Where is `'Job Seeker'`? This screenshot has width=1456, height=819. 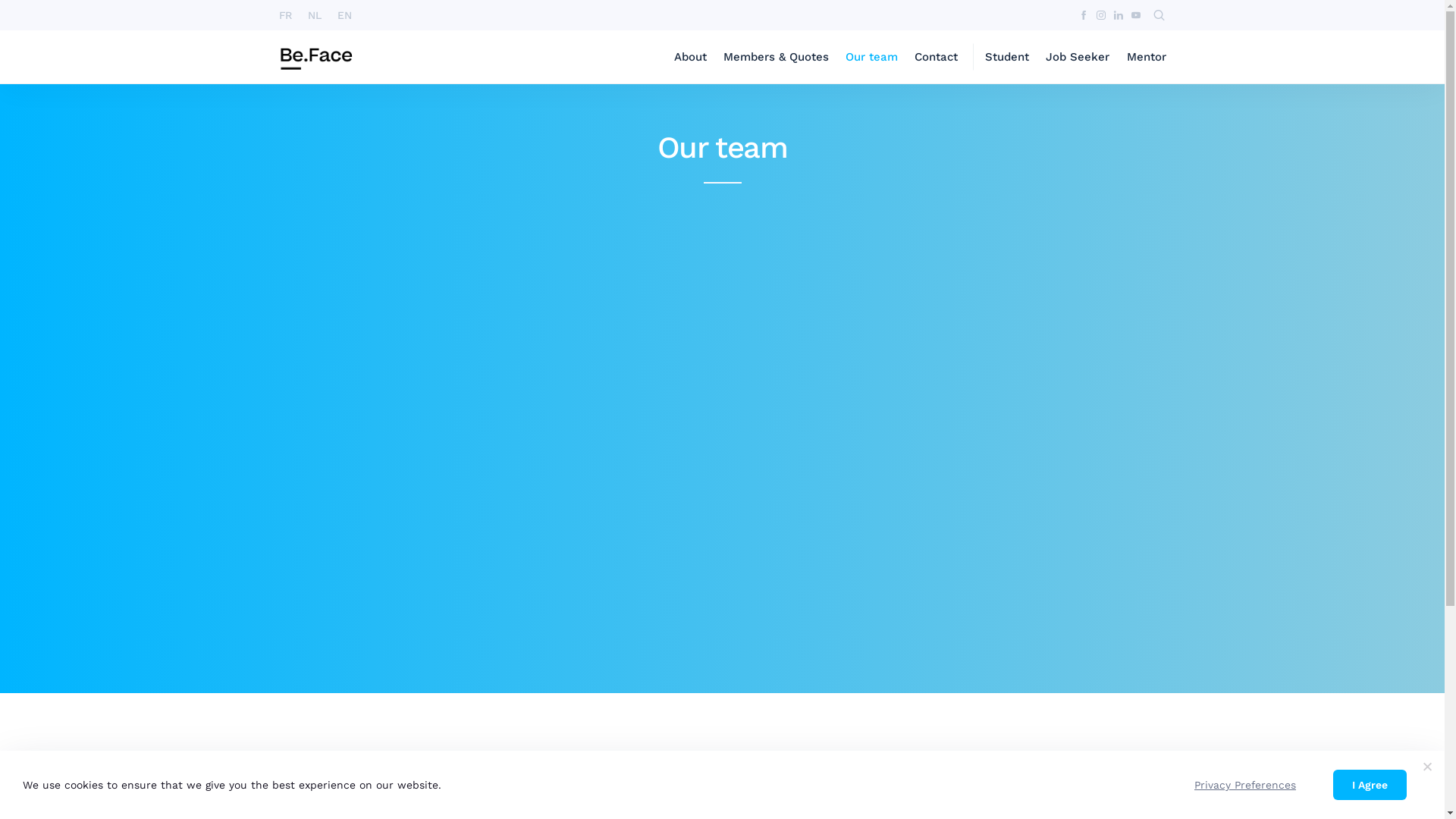
'Job Seeker' is located at coordinates (1076, 55).